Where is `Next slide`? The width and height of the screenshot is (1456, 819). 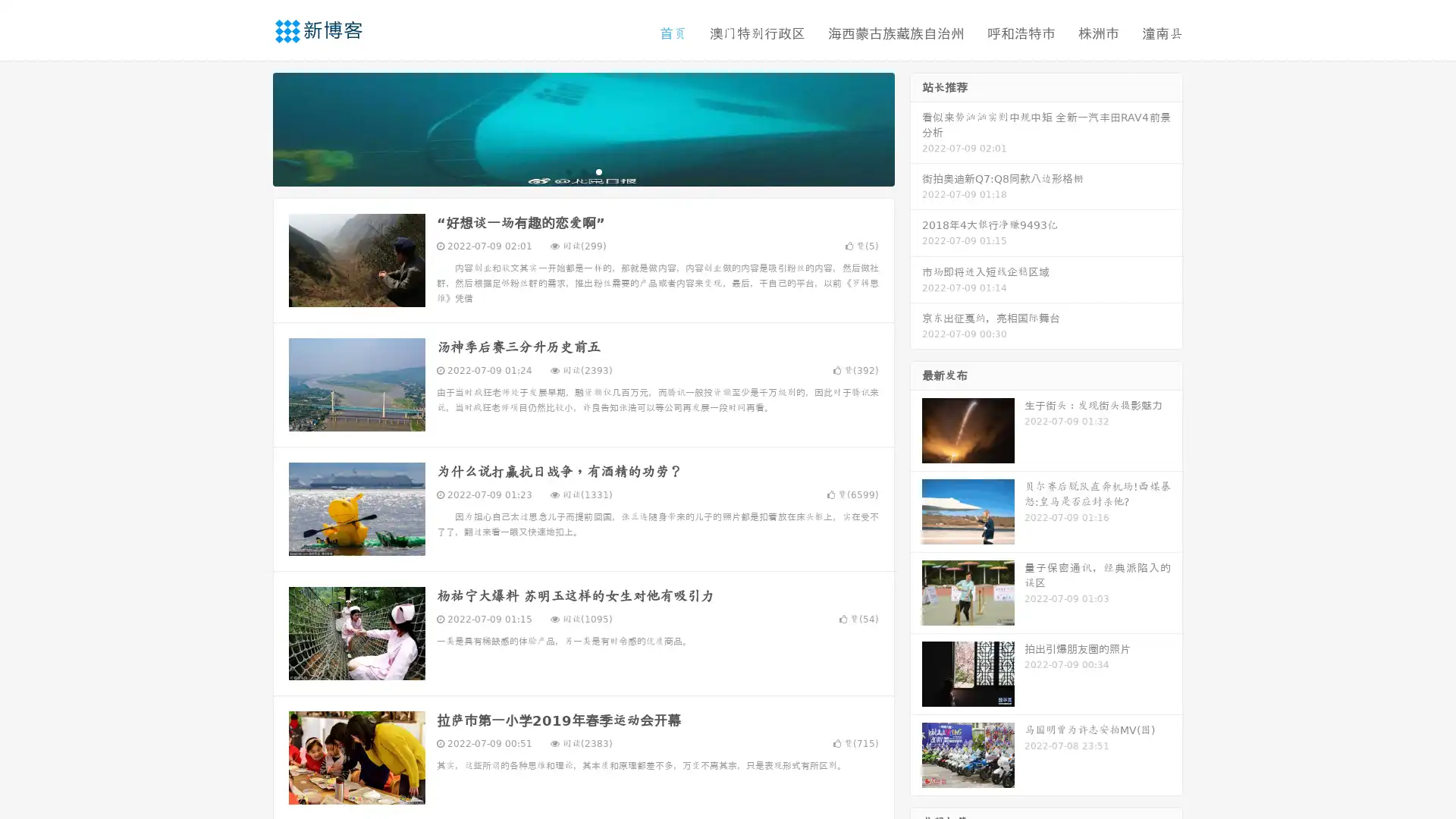
Next slide is located at coordinates (916, 127).